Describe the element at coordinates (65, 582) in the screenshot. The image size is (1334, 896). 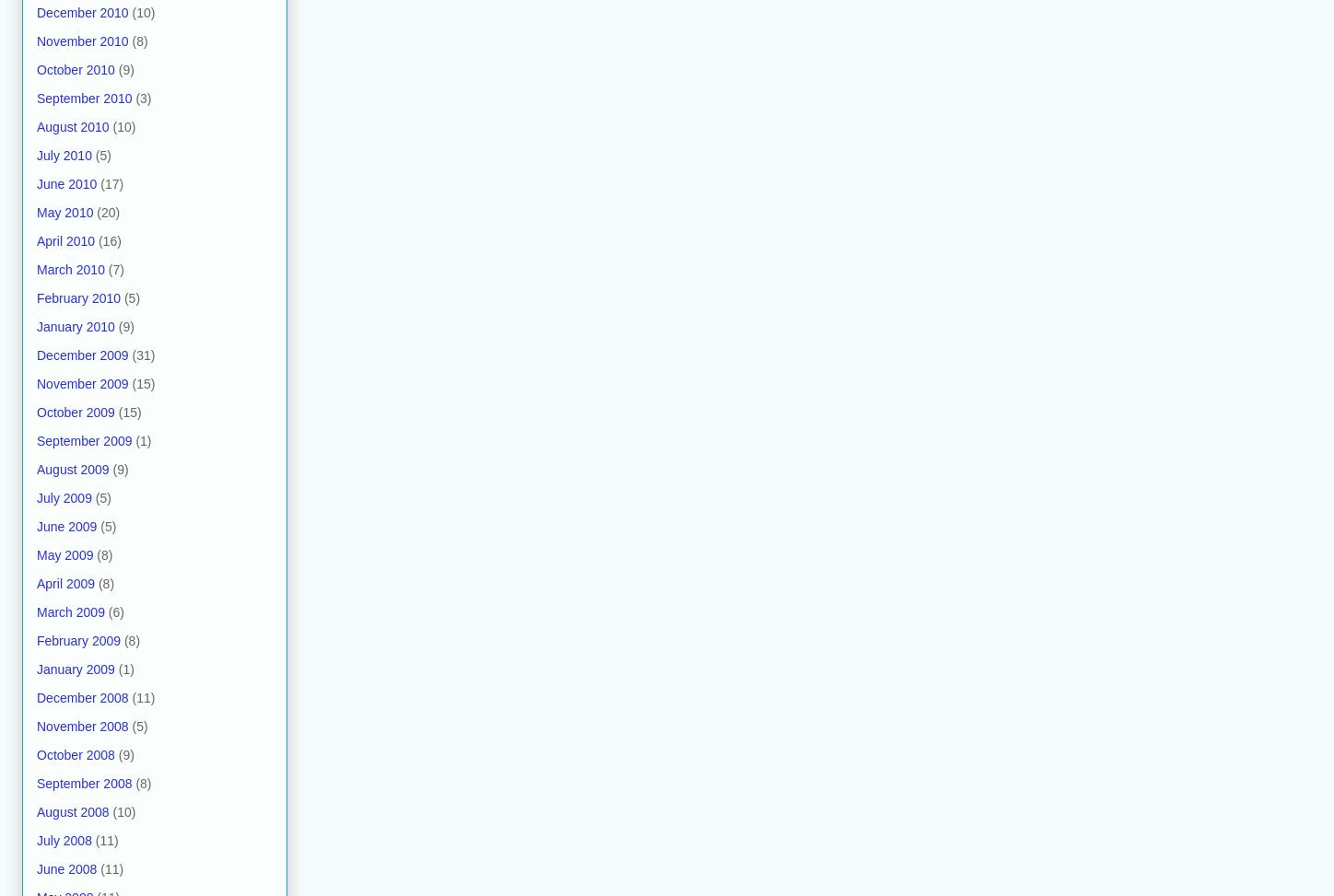
I see `'April 2009'` at that location.